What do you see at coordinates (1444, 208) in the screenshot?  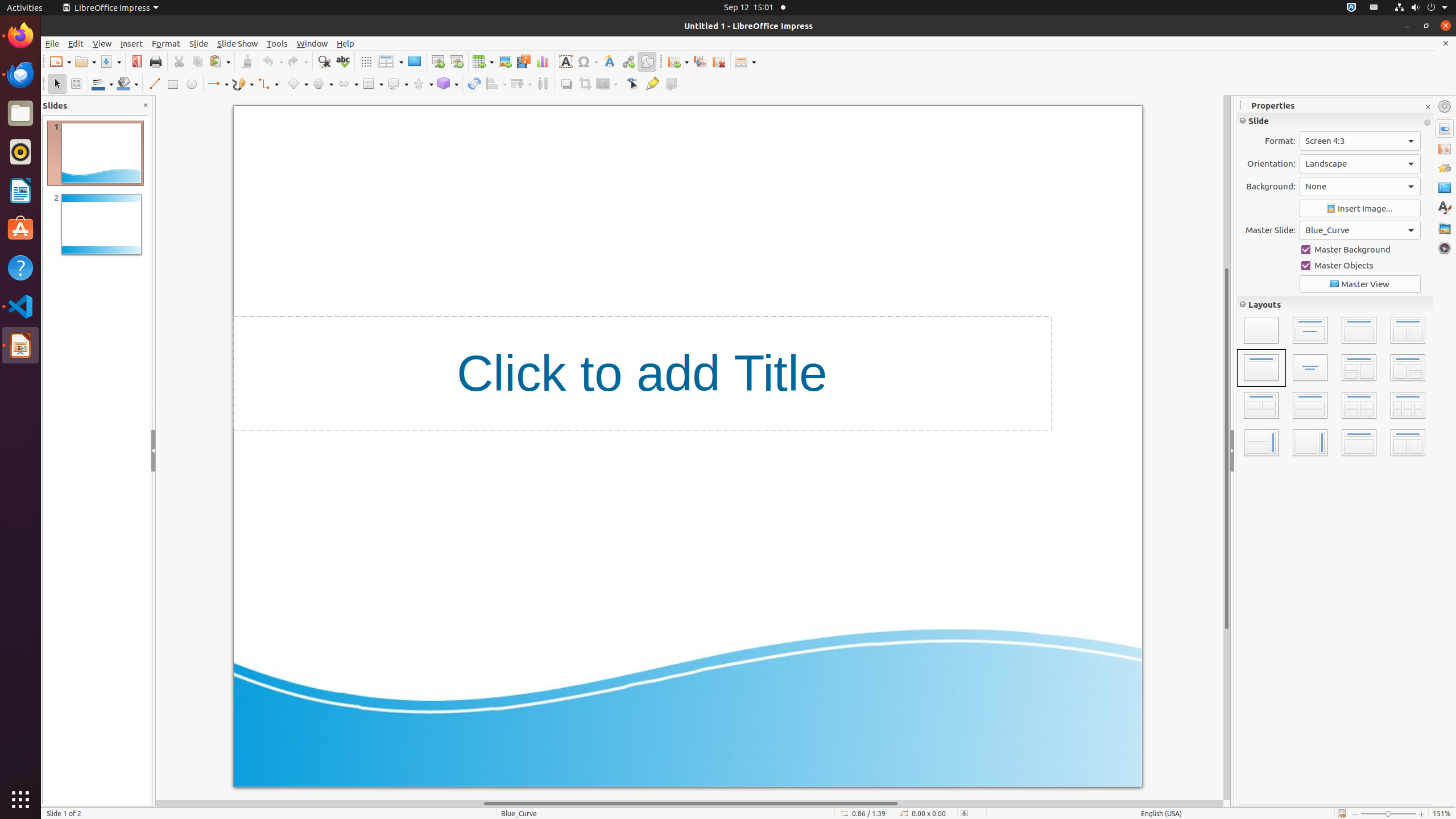 I see `'Styles'` at bounding box center [1444, 208].